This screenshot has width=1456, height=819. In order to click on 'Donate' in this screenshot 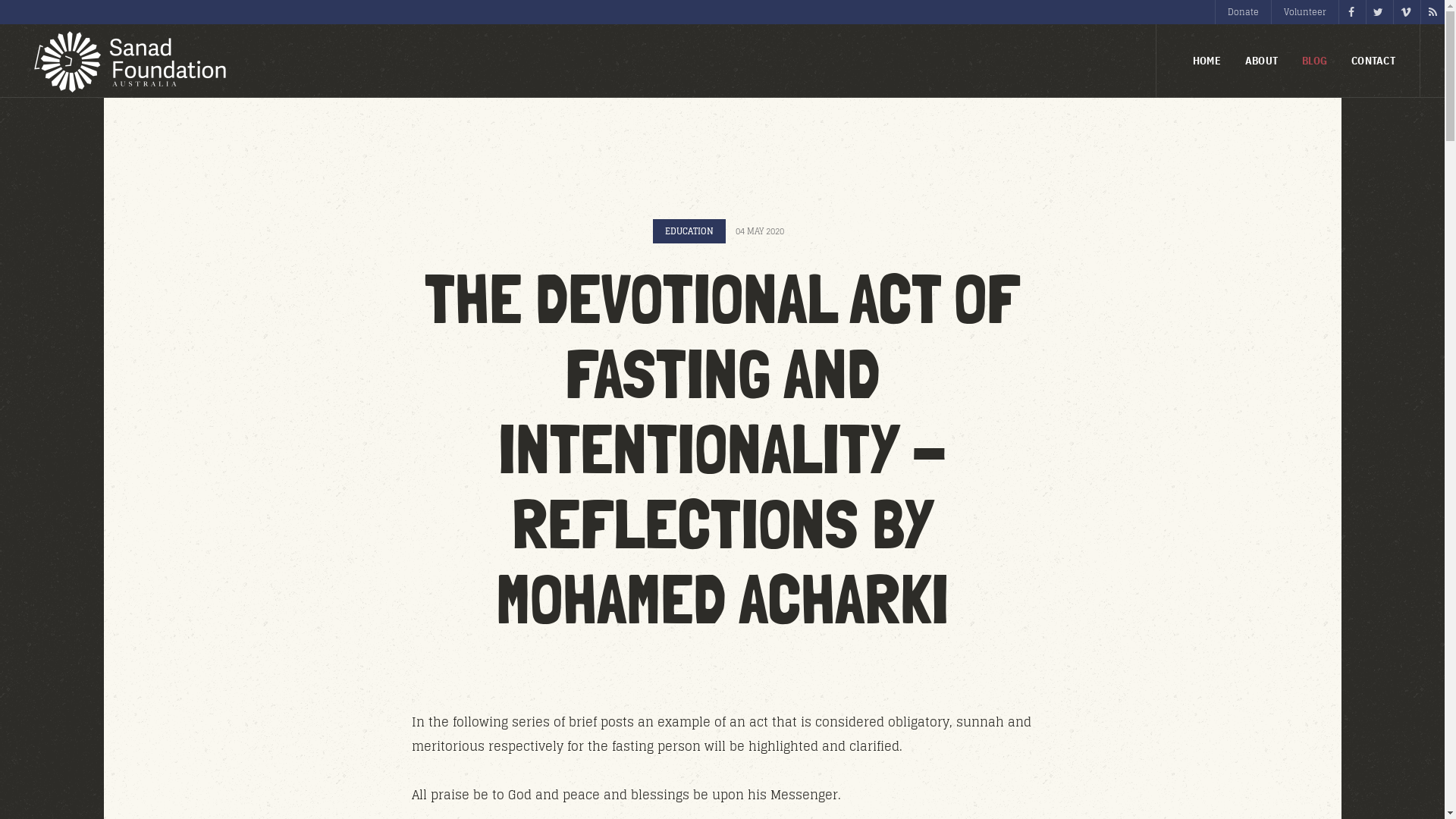, I will do `click(1242, 11)`.